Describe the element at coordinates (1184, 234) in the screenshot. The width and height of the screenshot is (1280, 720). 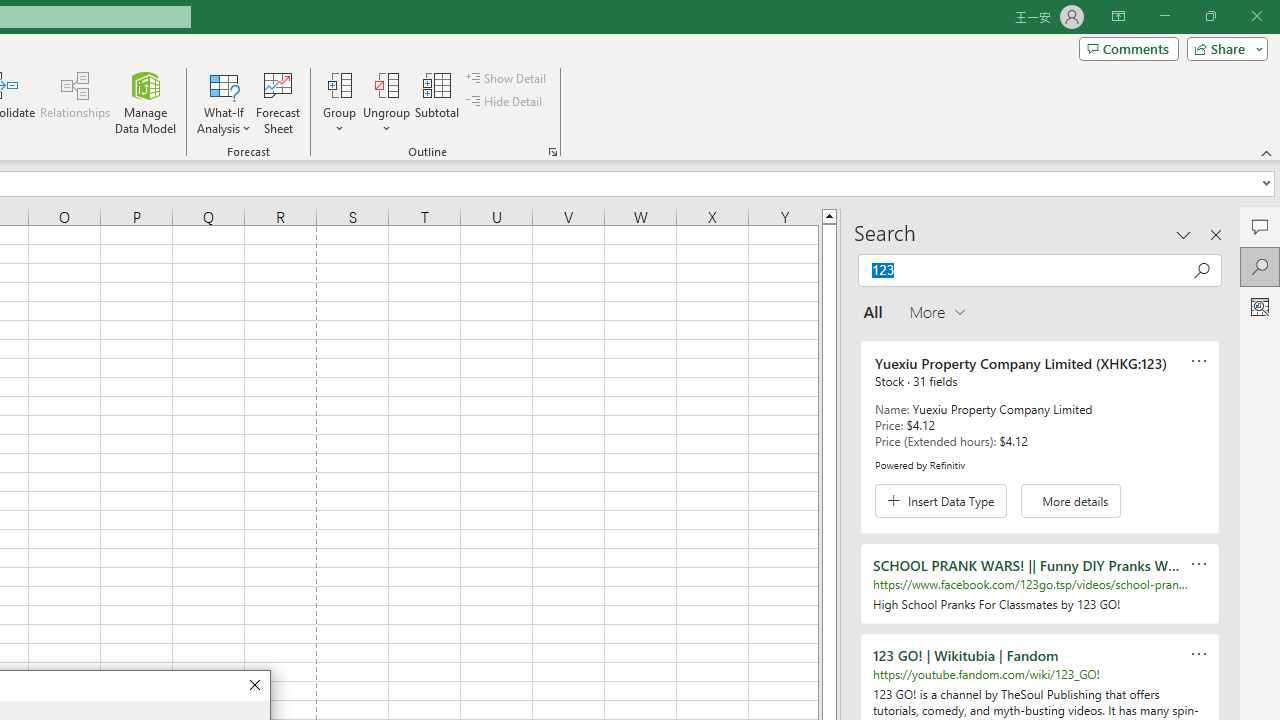
I see `'Task Pane Options'` at that location.